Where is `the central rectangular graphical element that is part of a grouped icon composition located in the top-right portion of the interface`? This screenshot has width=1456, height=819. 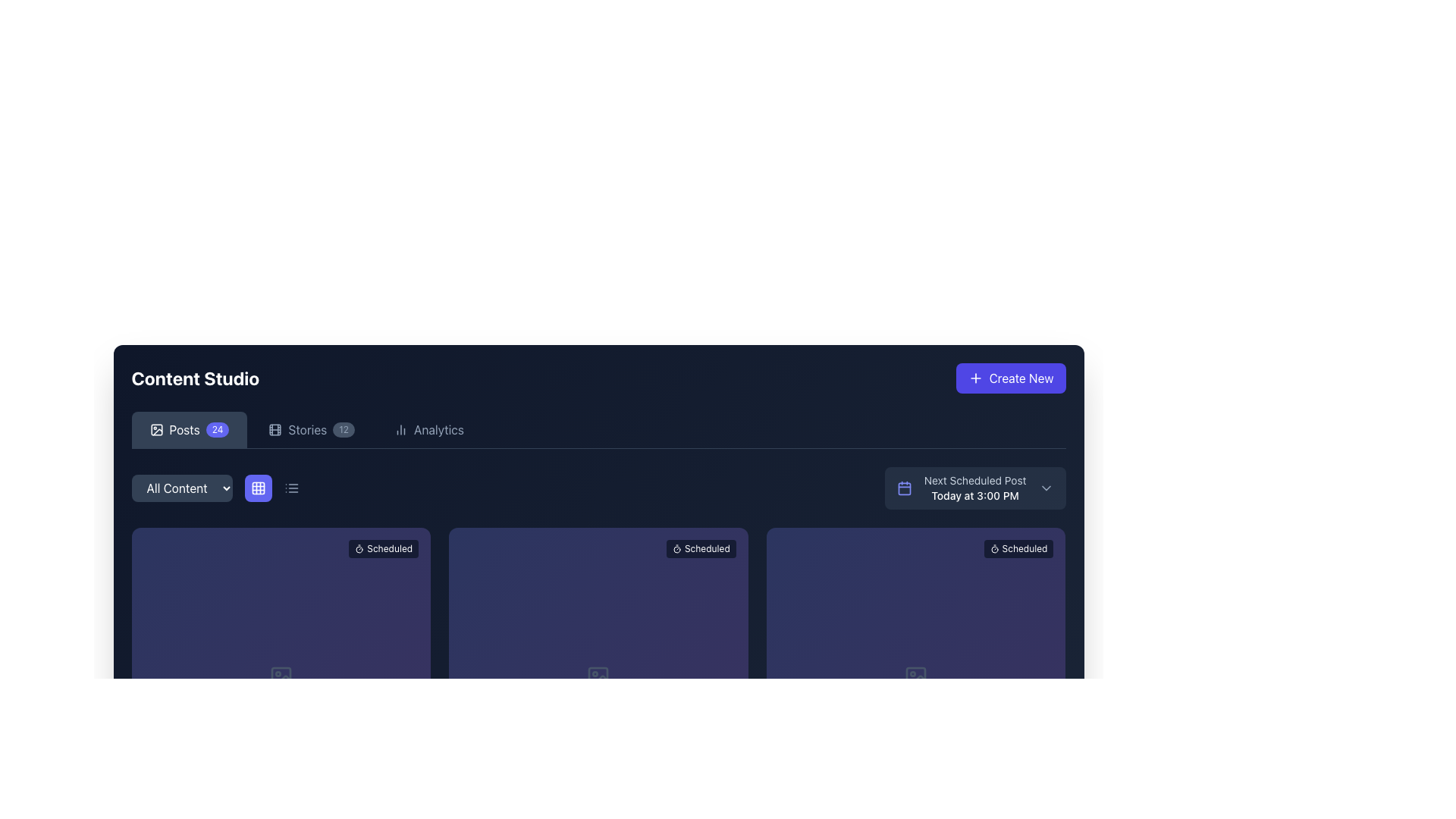 the central rectangular graphical element that is part of a grouped icon composition located in the top-right portion of the interface is located at coordinates (275, 430).